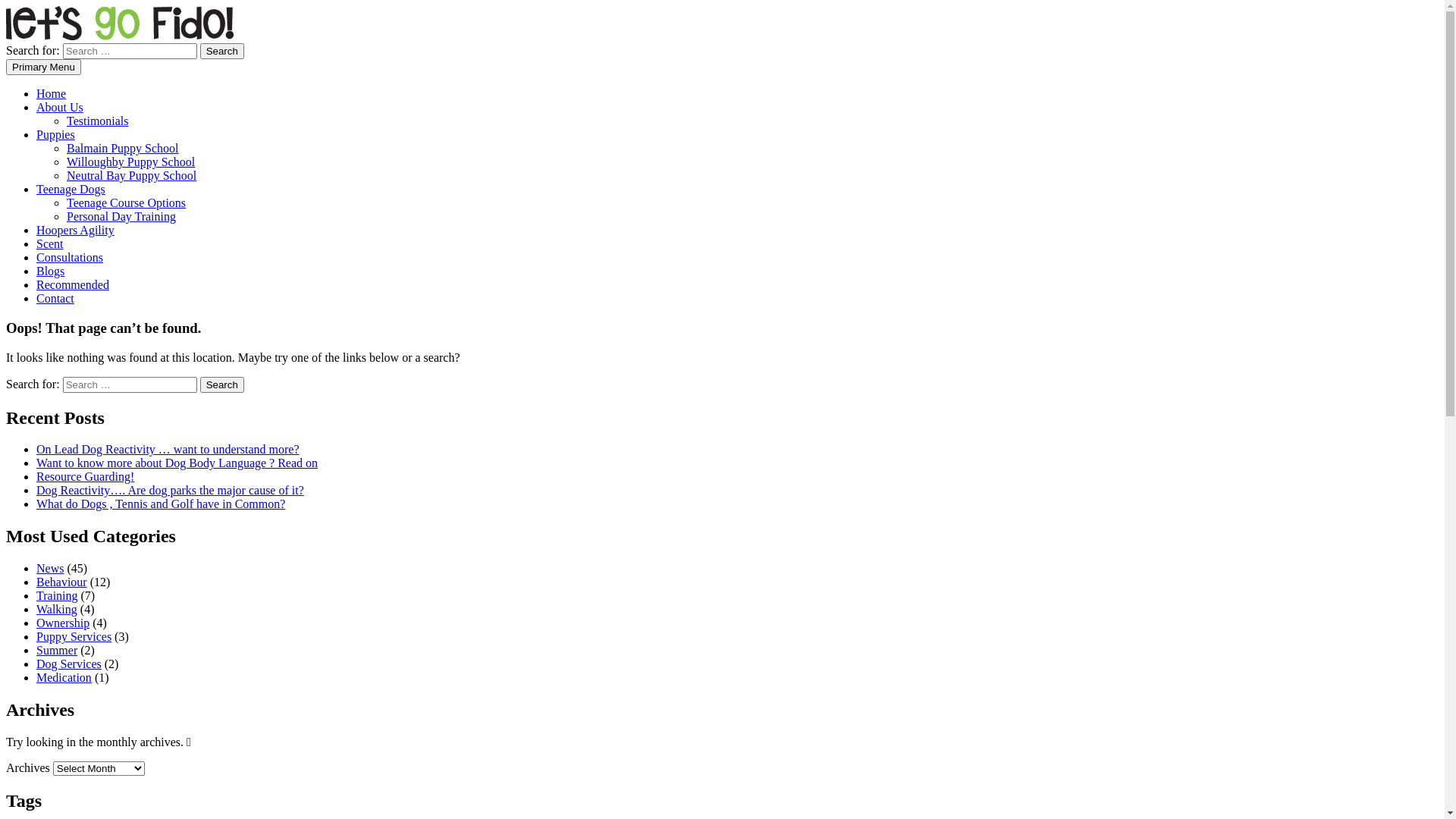 The width and height of the screenshot is (1456, 819). I want to click on 'Testimonials', so click(97, 120).